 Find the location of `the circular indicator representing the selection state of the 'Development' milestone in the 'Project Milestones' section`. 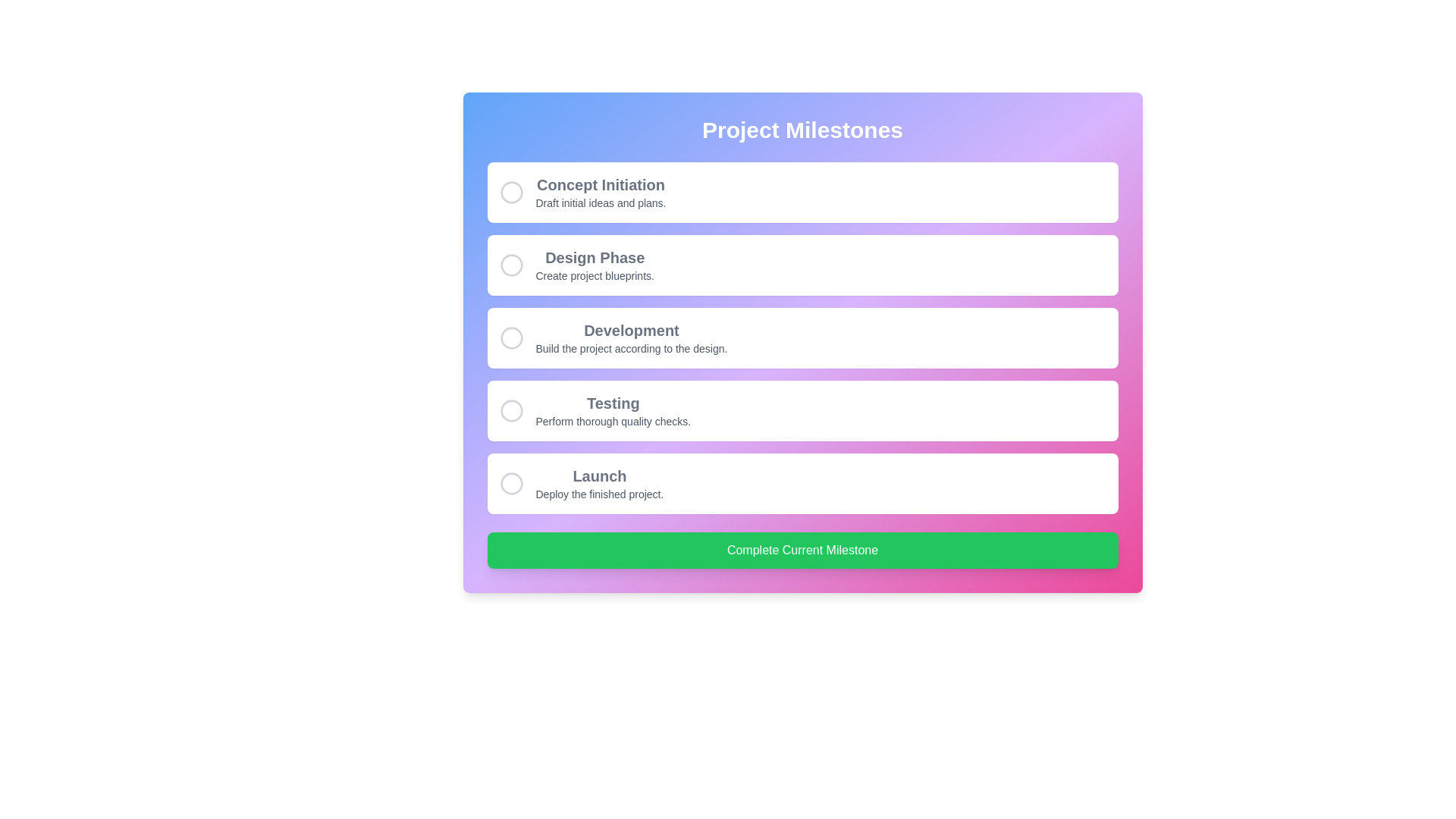

the circular indicator representing the selection state of the 'Development' milestone in the 'Project Milestones' section is located at coordinates (511, 337).